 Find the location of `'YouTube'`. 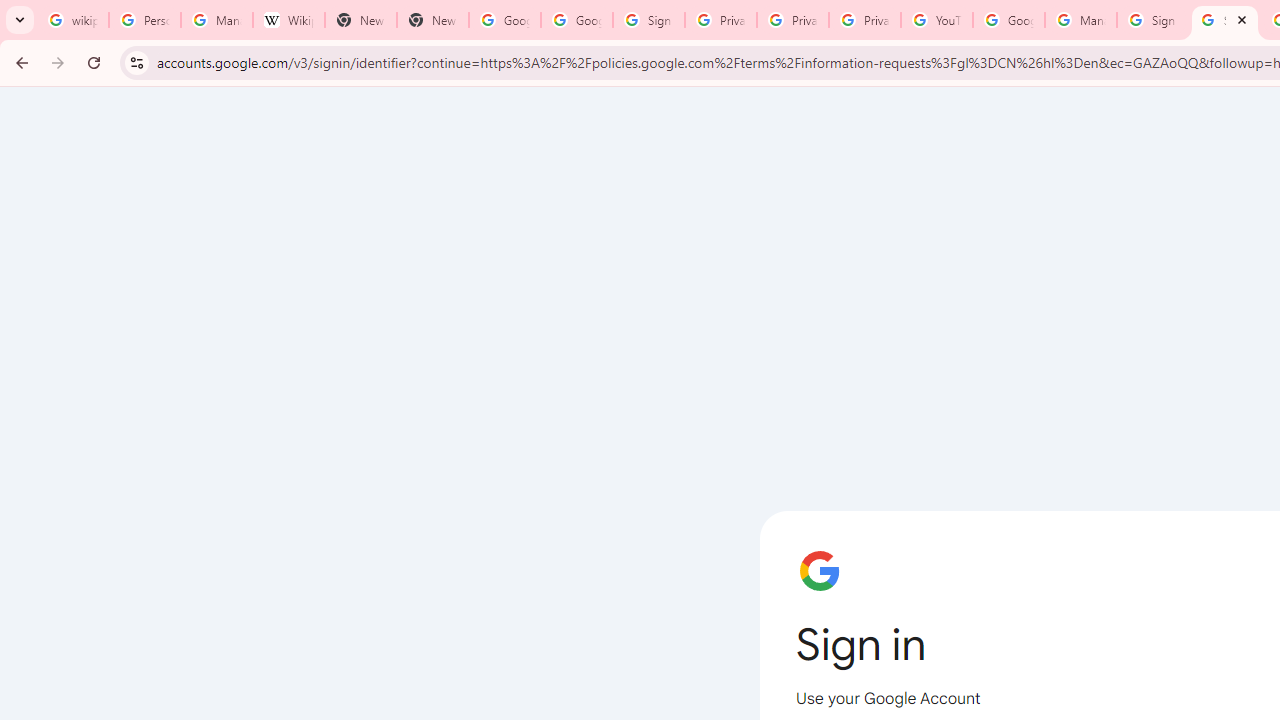

'YouTube' is located at coordinates (935, 20).